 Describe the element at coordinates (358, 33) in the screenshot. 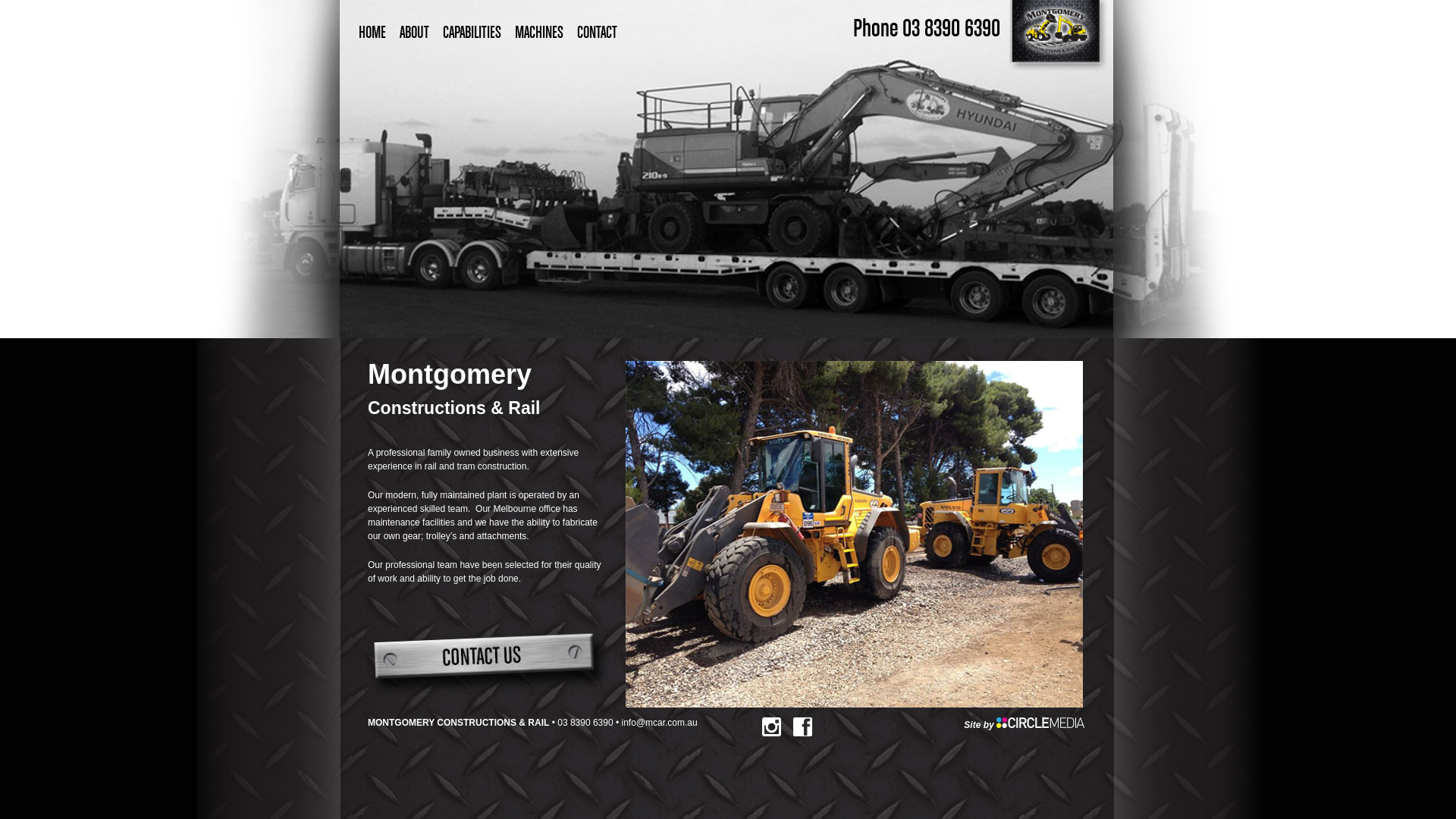

I see `'HOME'` at that location.